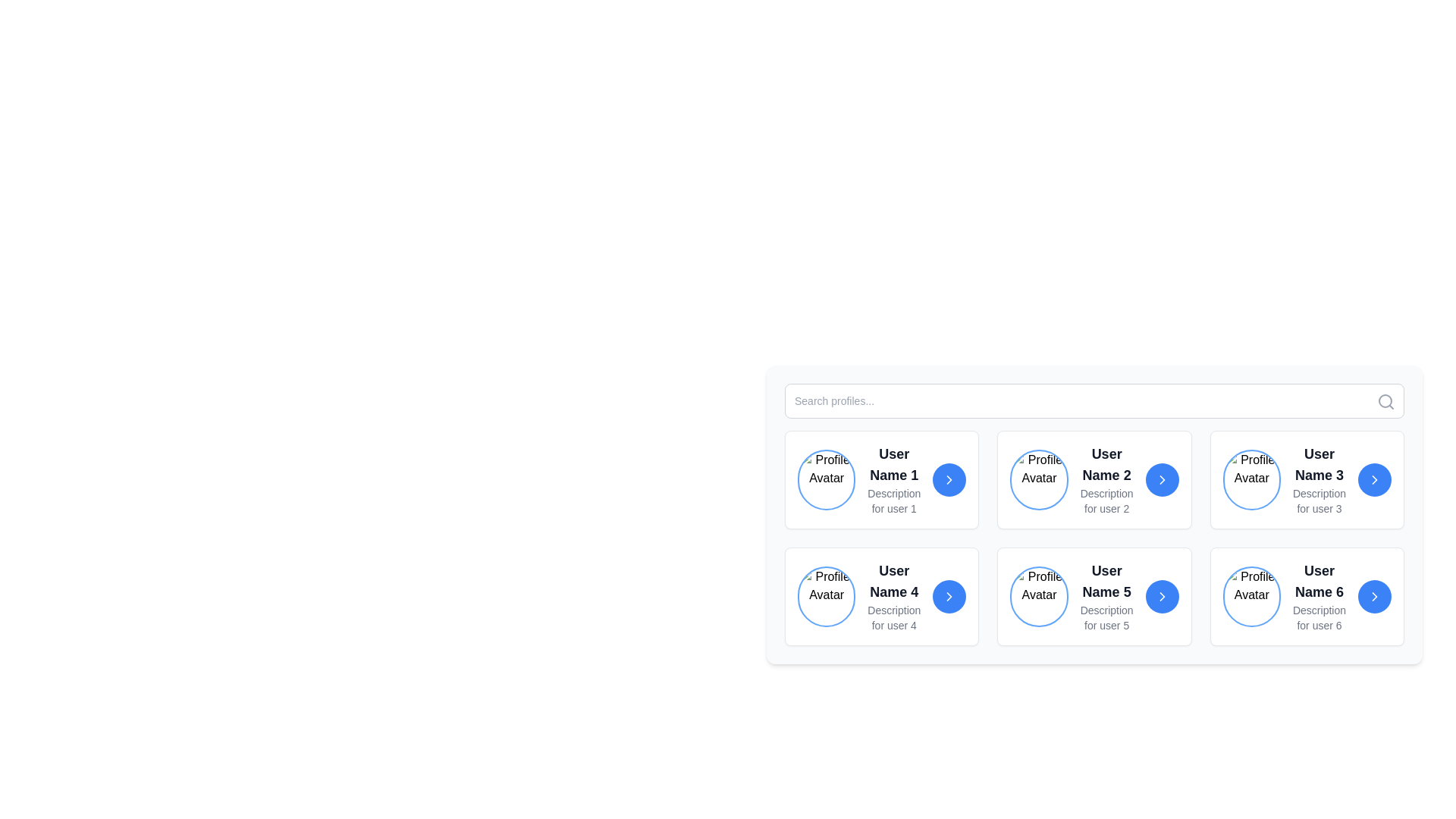 The height and width of the screenshot is (819, 1456). I want to click on the navigational button located at the rightmost side of the card for 'User Name 1', so click(949, 479).